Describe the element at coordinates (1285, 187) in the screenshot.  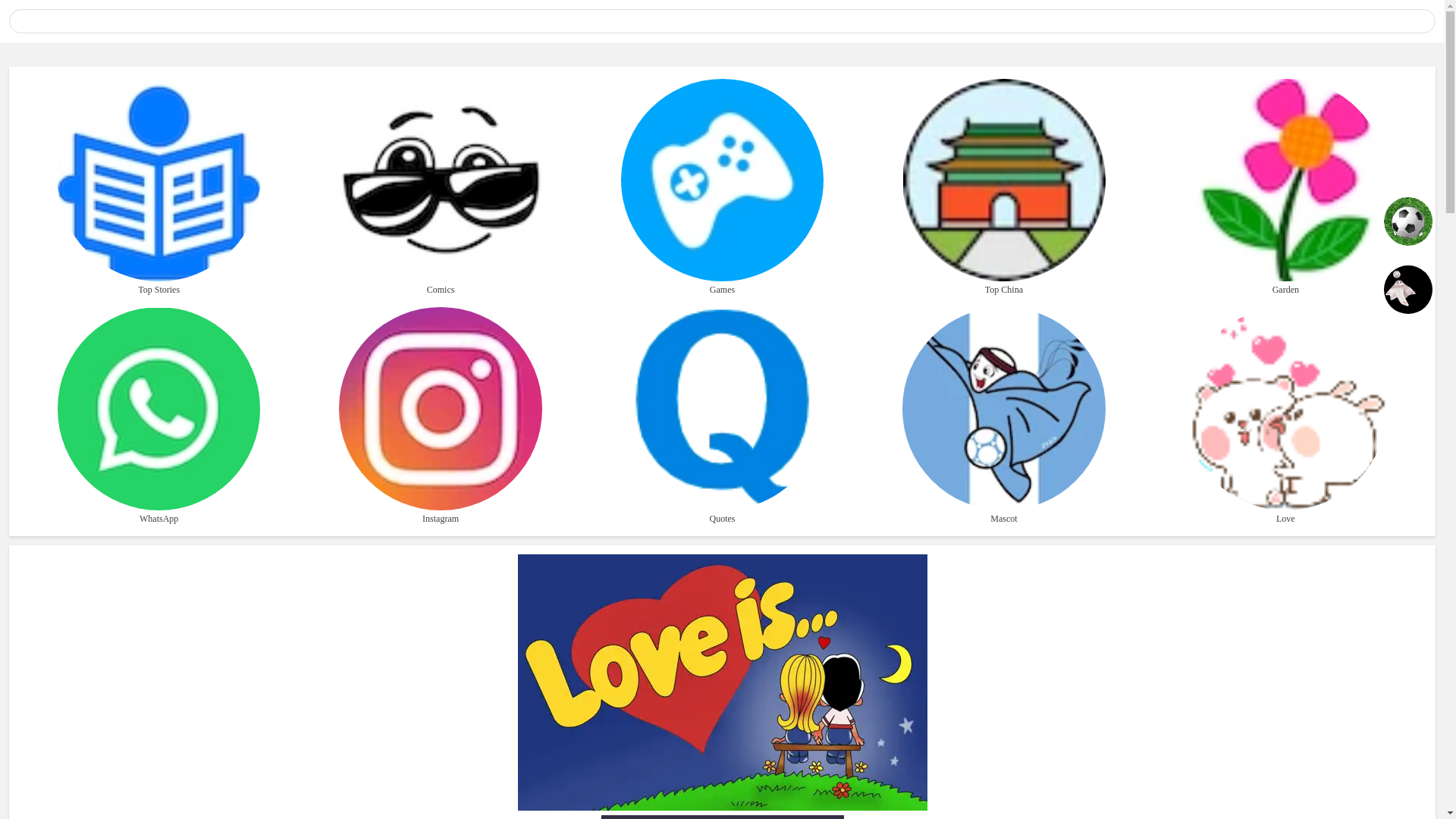
I see `'Garden'` at that location.